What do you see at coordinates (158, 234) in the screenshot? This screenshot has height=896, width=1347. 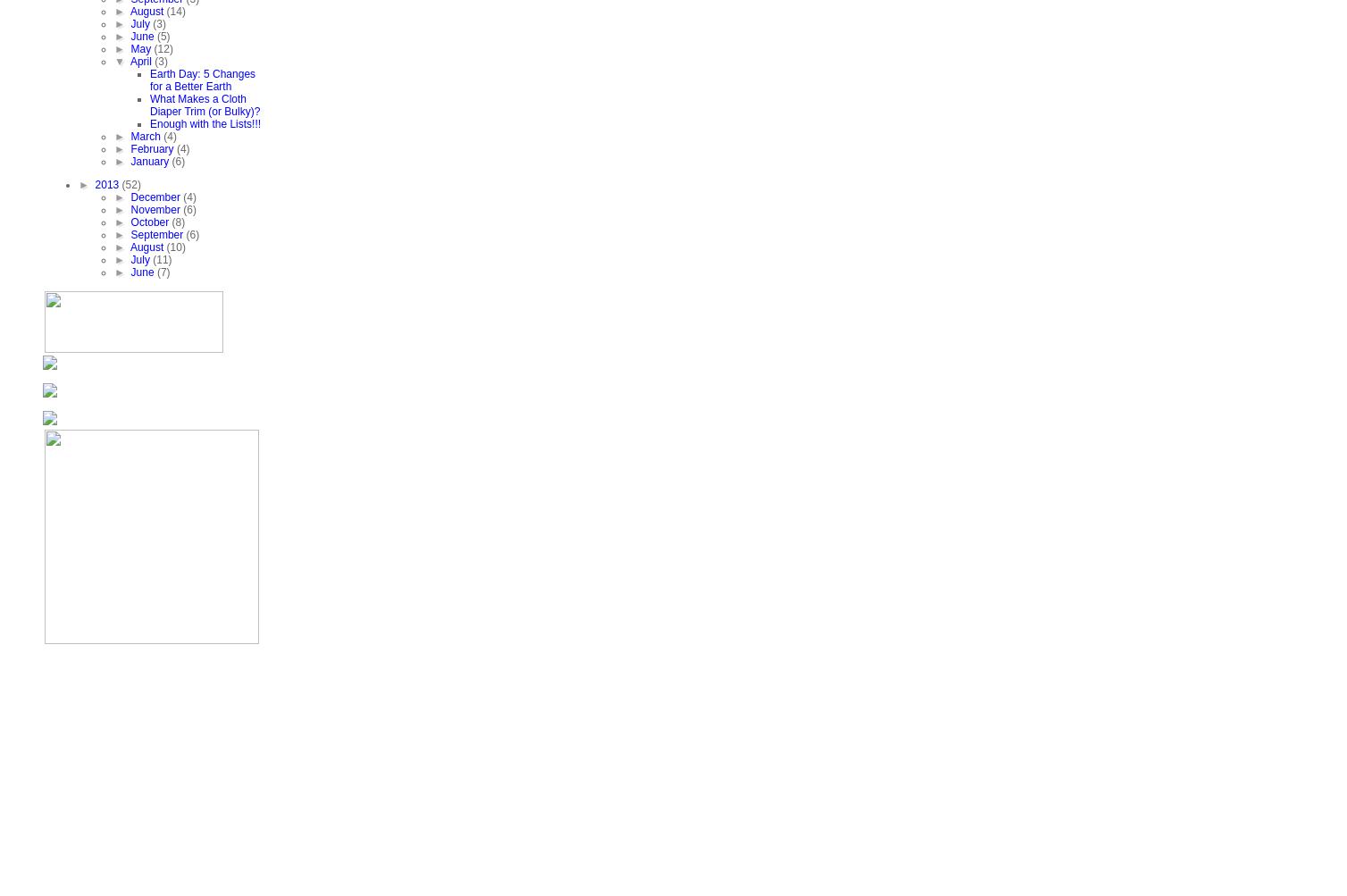 I see `'September'` at bounding box center [158, 234].